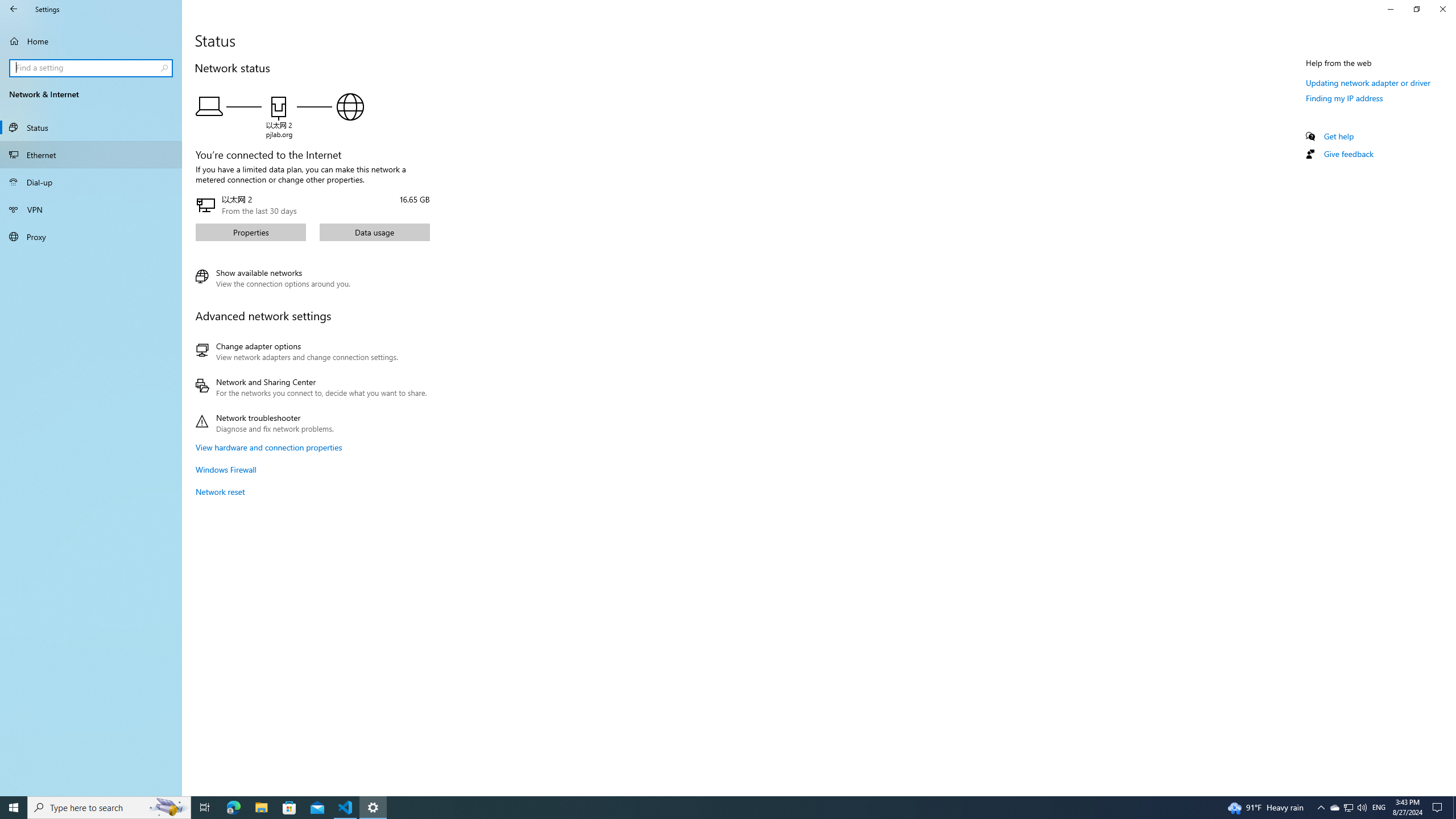  What do you see at coordinates (90, 154) in the screenshot?
I see `'Ethernet'` at bounding box center [90, 154].